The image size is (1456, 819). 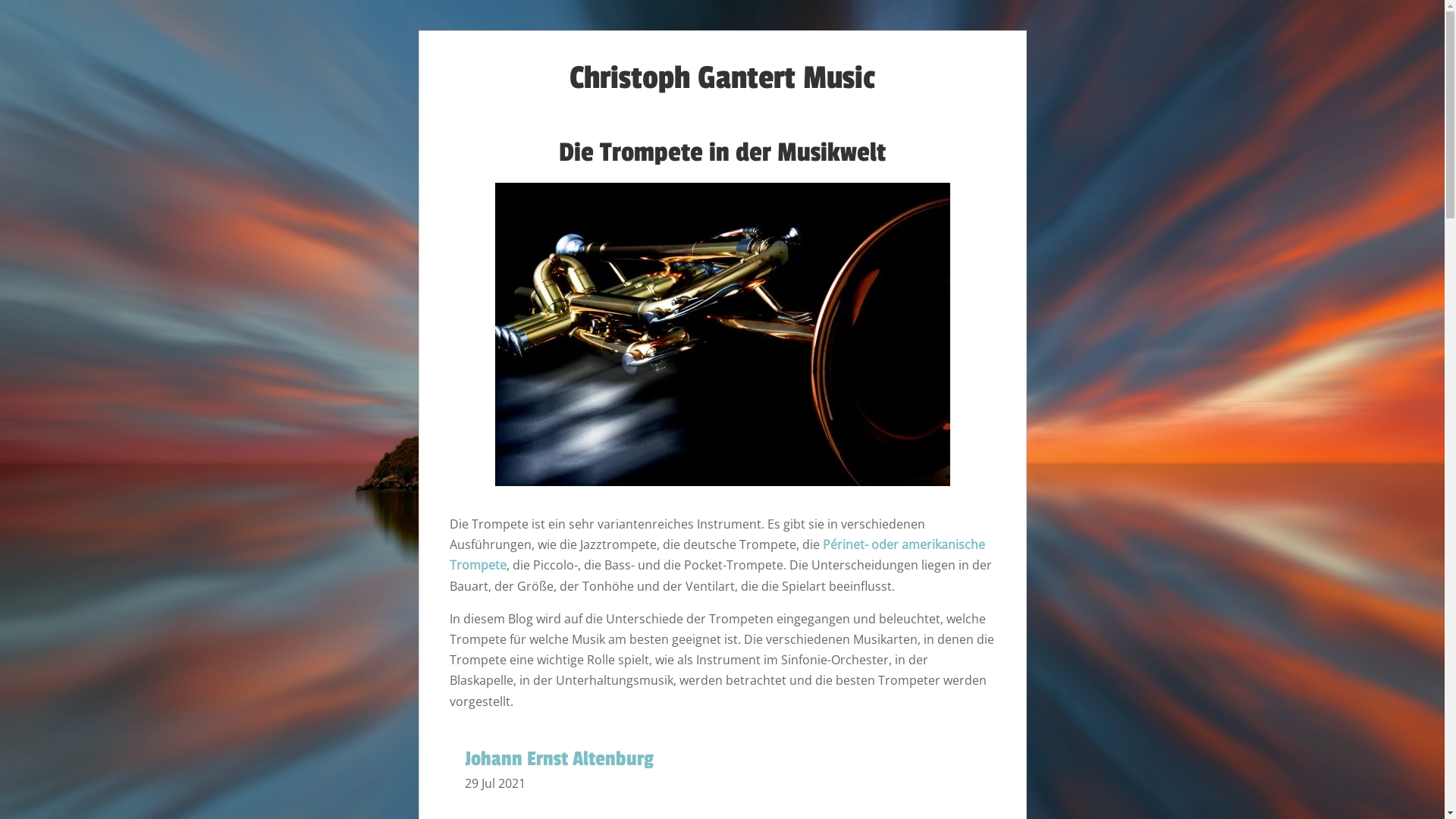 What do you see at coordinates (463, 759) in the screenshot?
I see `'Johann Ernst Altenburg'` at bounding box center [463, 759].